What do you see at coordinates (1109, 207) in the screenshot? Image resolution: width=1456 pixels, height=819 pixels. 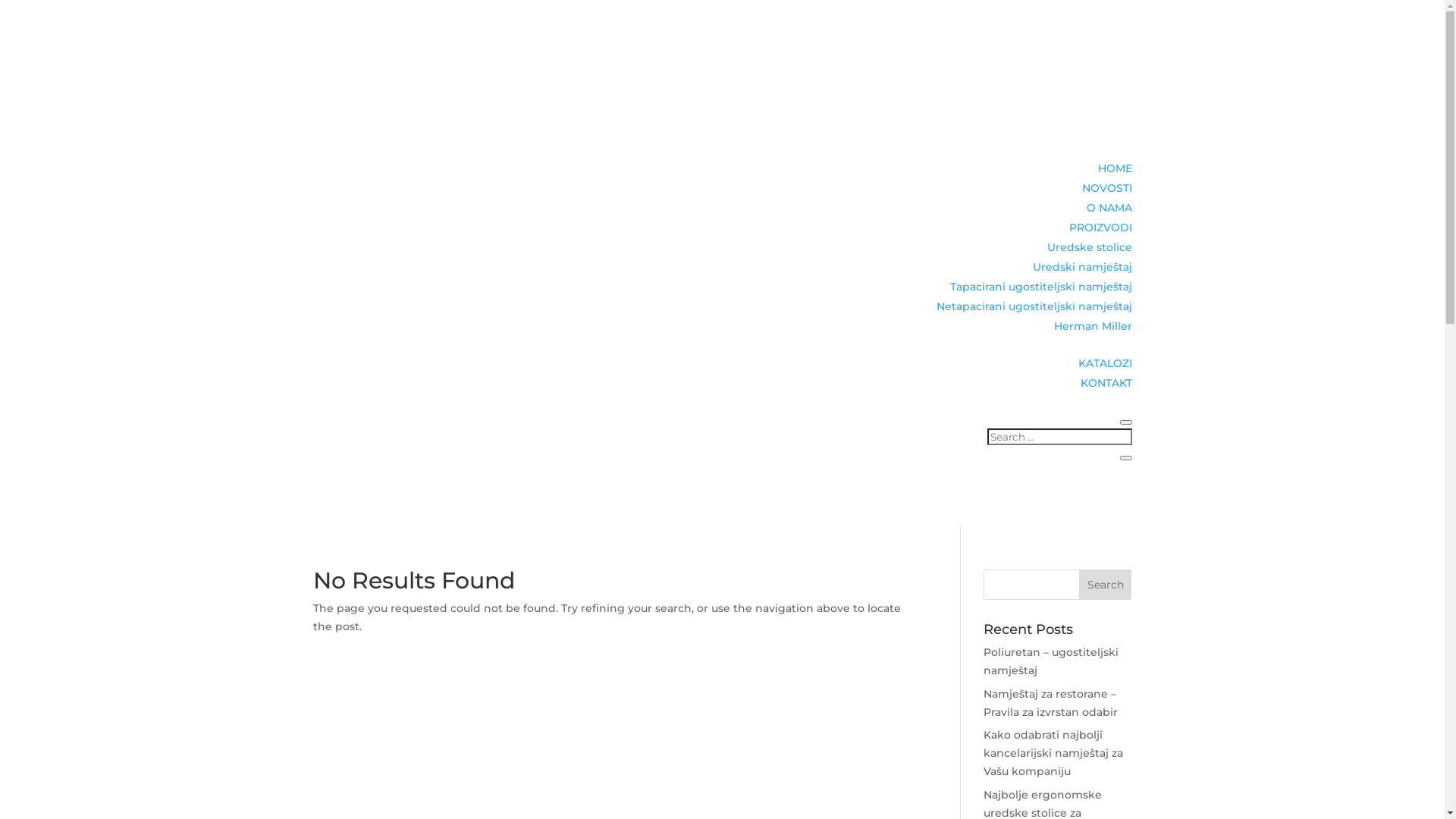 I see `'O NAMA'` at bounding box center [1109, 207].